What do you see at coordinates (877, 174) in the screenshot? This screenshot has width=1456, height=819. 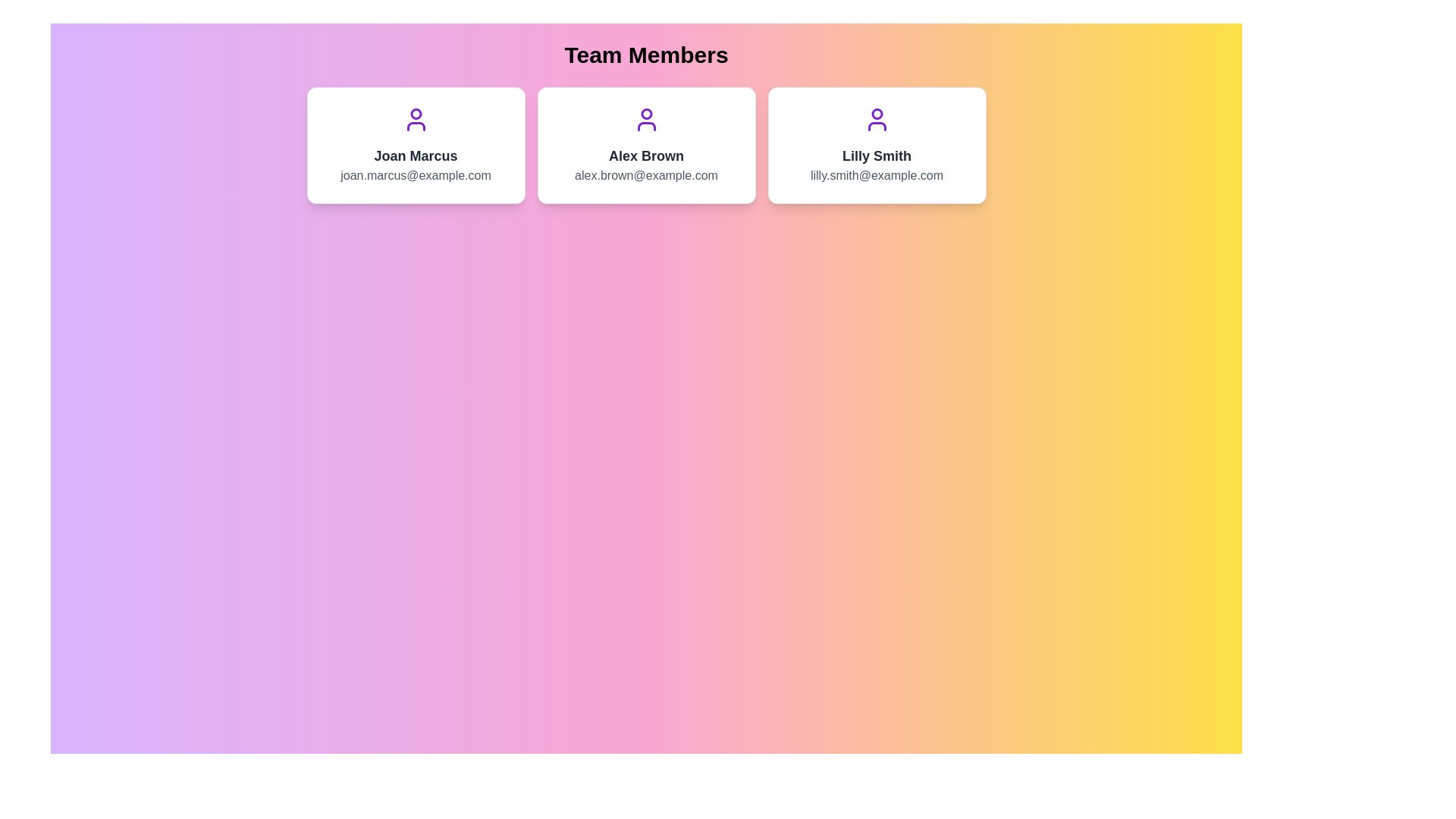 I see `email address displayed for the team member Lilly Smith, located in the user card to the right, centered below the name` at bounding box center [877, 174].